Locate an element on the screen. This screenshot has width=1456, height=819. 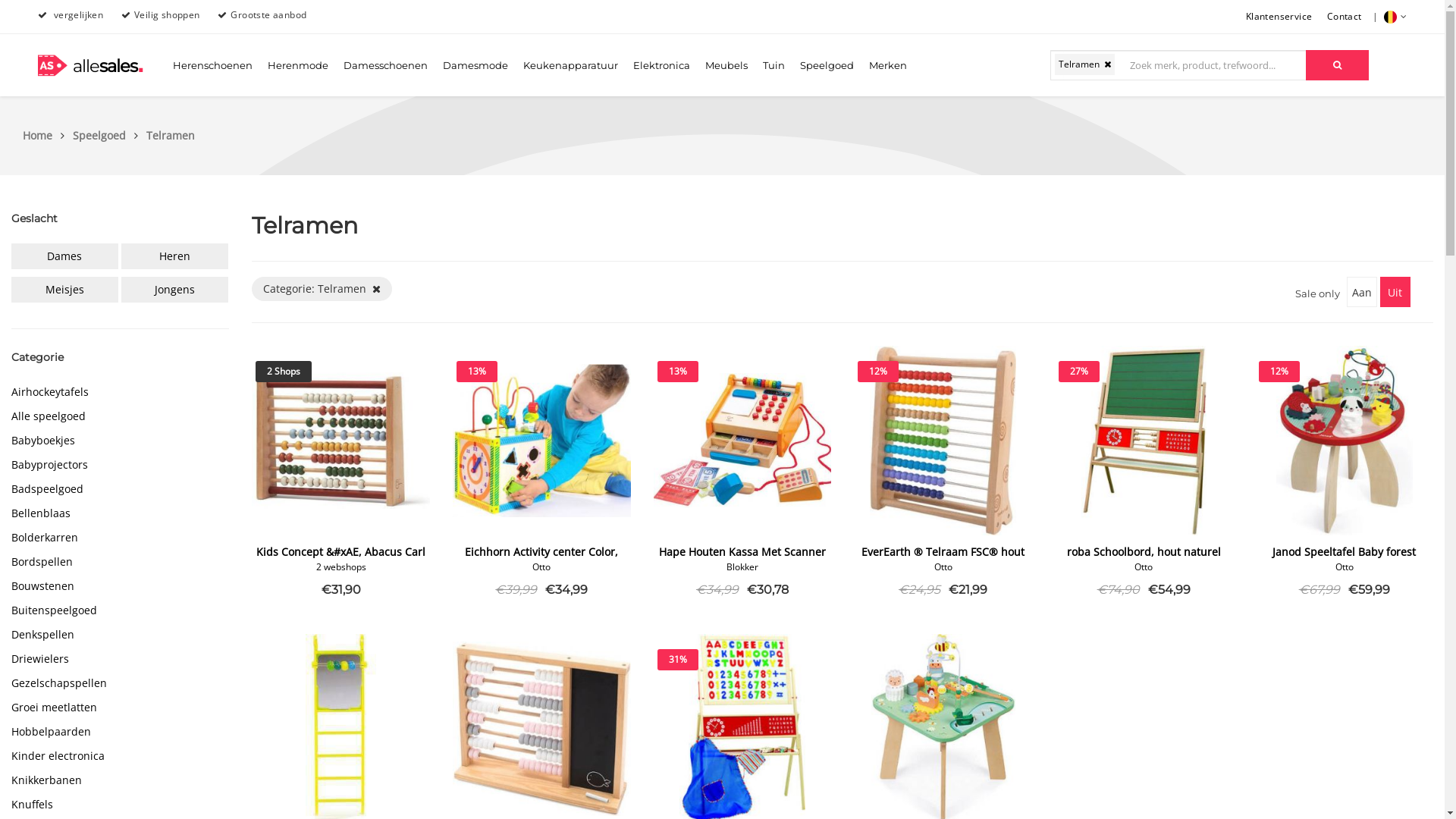
'Alle speelgoed' is located at coordinates (119, 416).